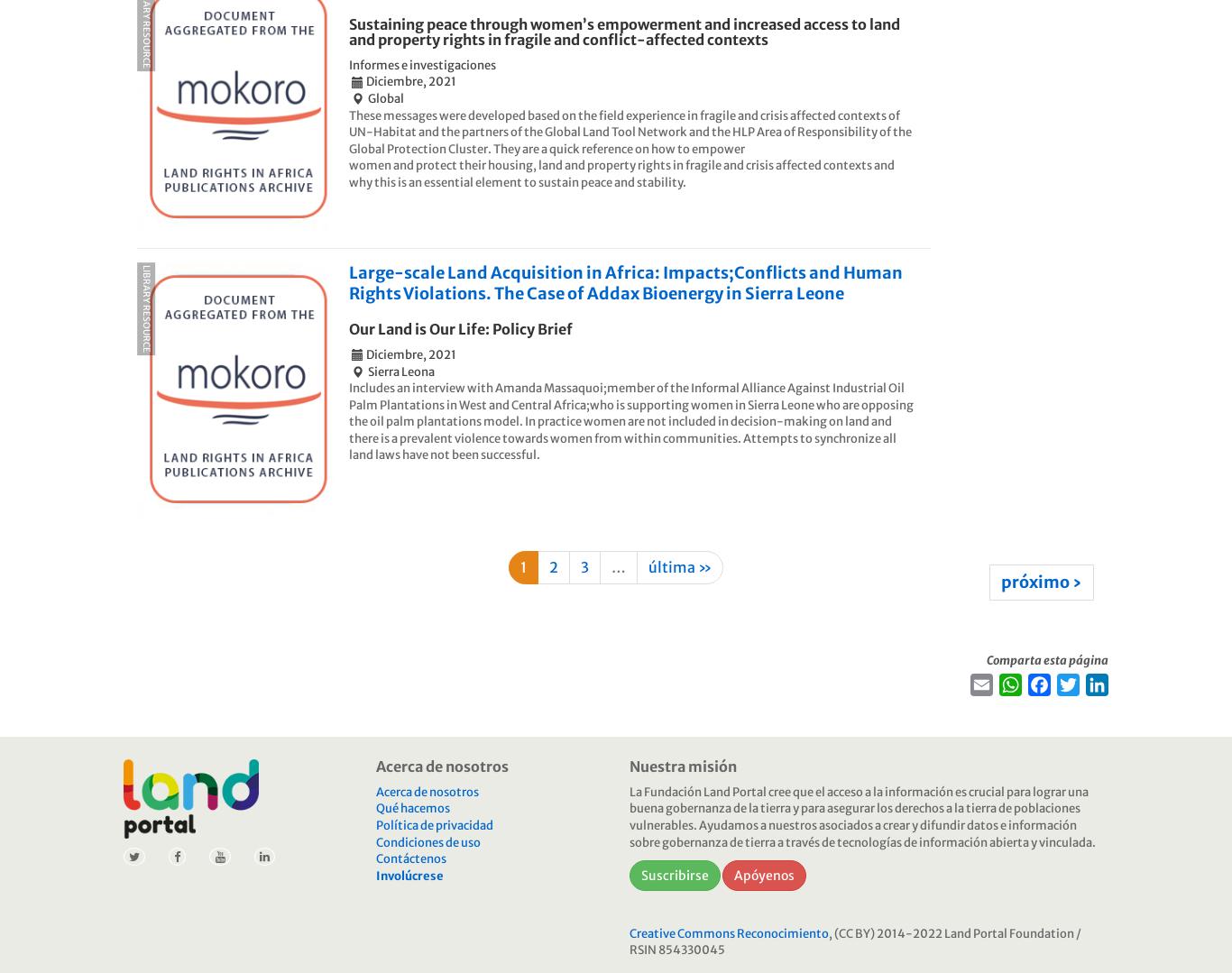 This screenshot has width=1232, height=973. I want to click on 'Contáctenos', so click(375, 858).